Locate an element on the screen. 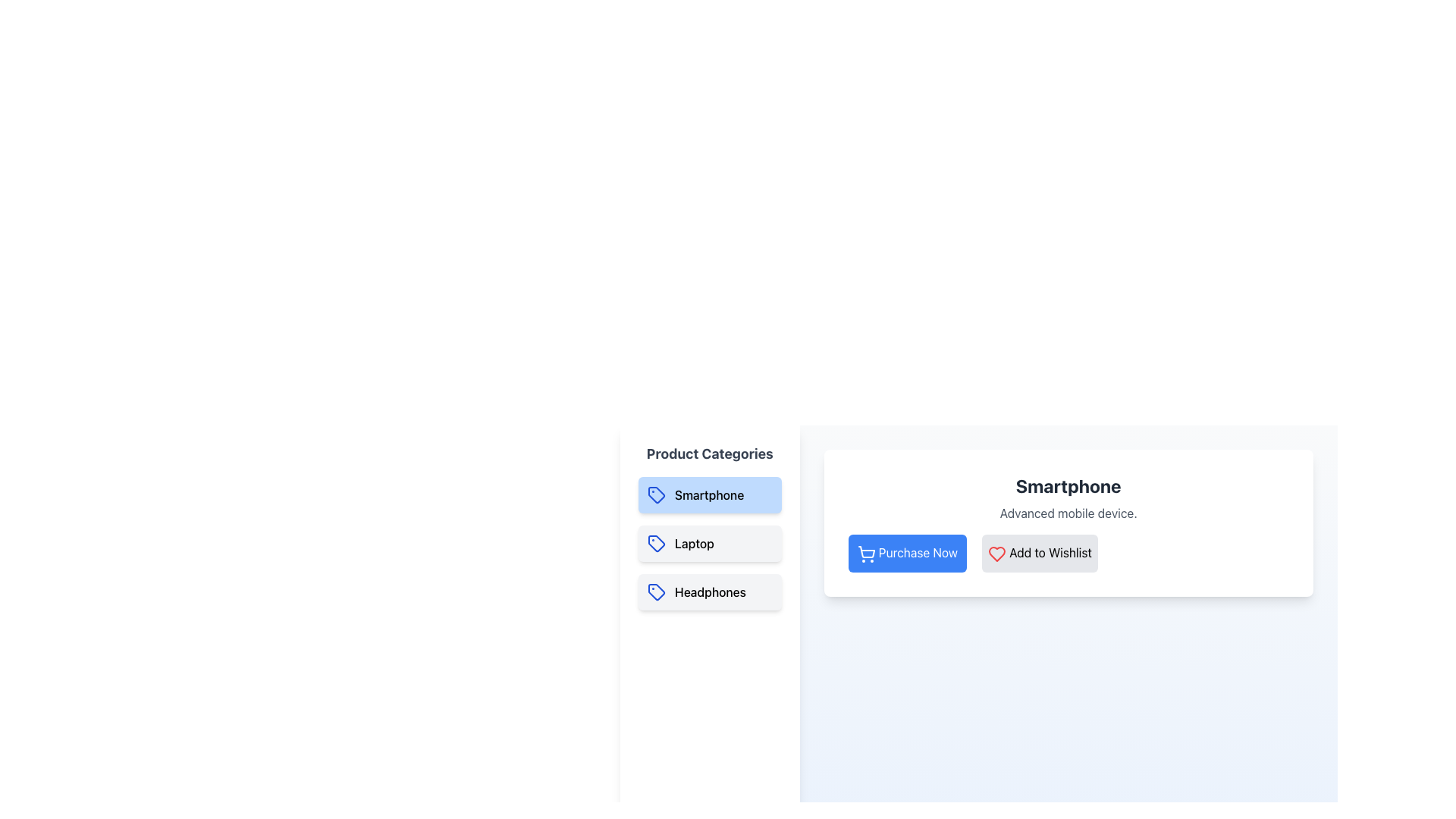  the blue 'Purchase Now' button with rounded corners is located at coordinates (907, 553).